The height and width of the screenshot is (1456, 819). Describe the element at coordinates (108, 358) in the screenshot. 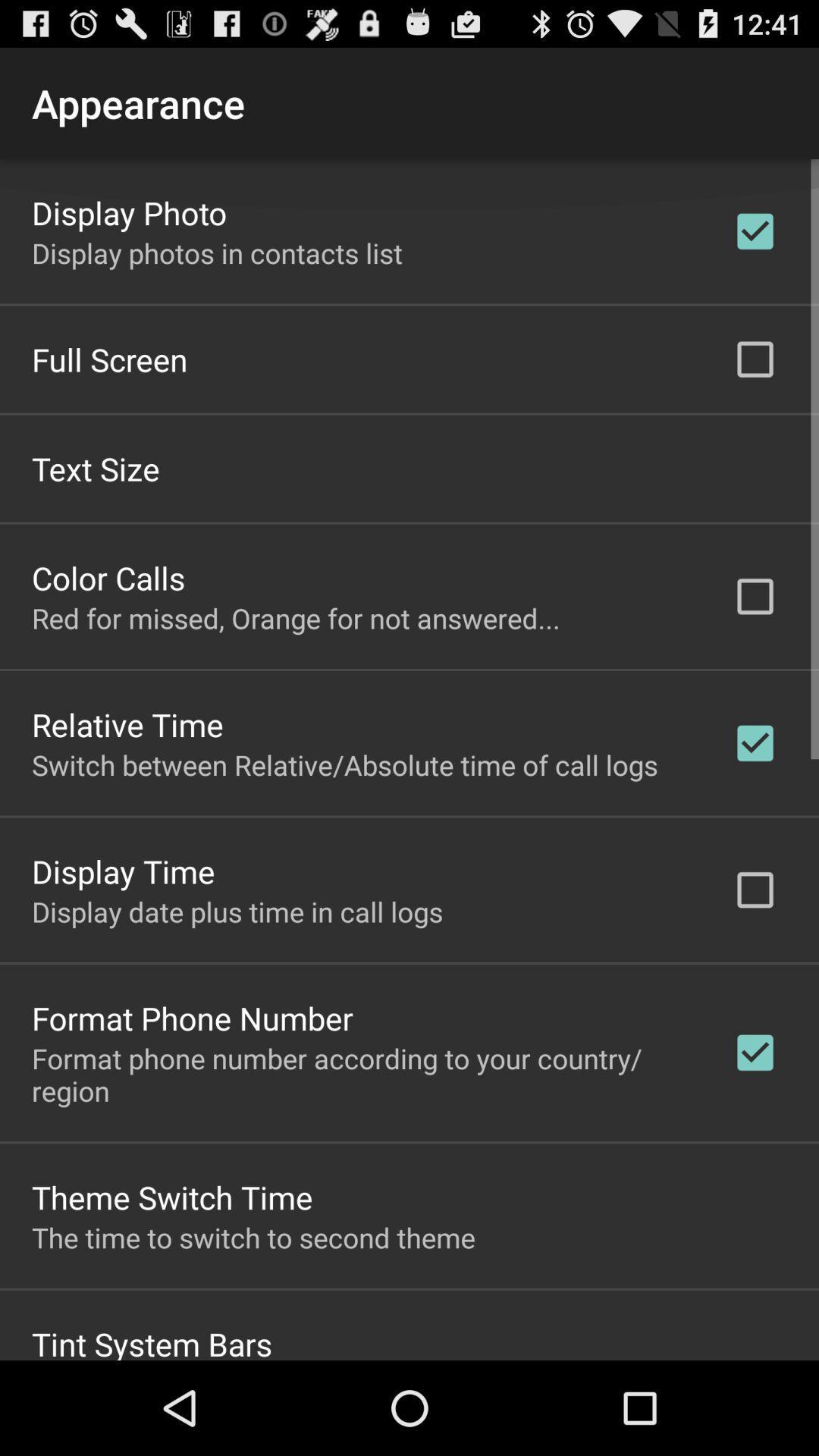

I see `full screen app` at that location.